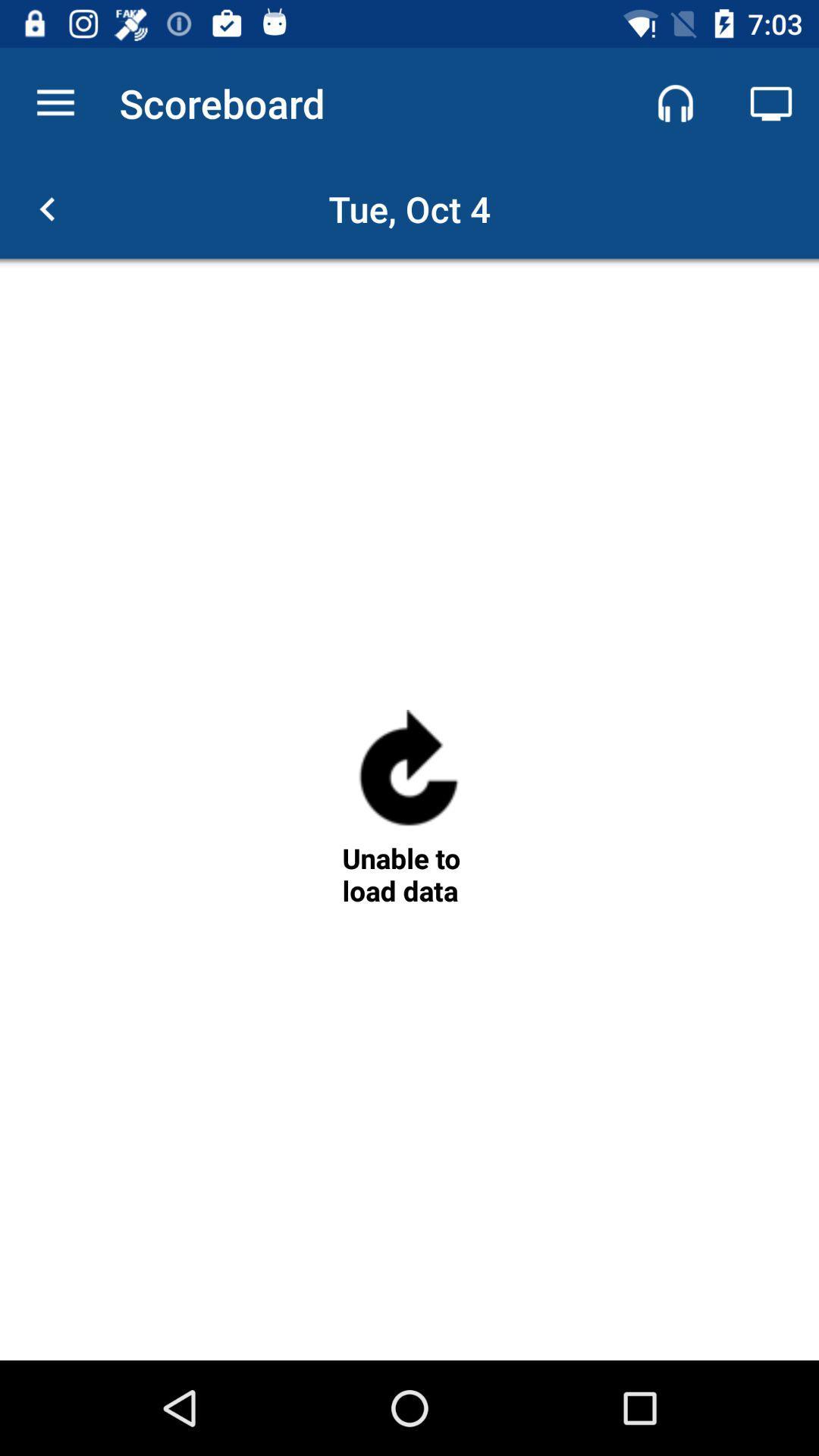 The image size is (819, 1456). What do you see at coordinates (408, 874) in the screenshot?
I see `unable to load item` at bounding box center [408, 874].